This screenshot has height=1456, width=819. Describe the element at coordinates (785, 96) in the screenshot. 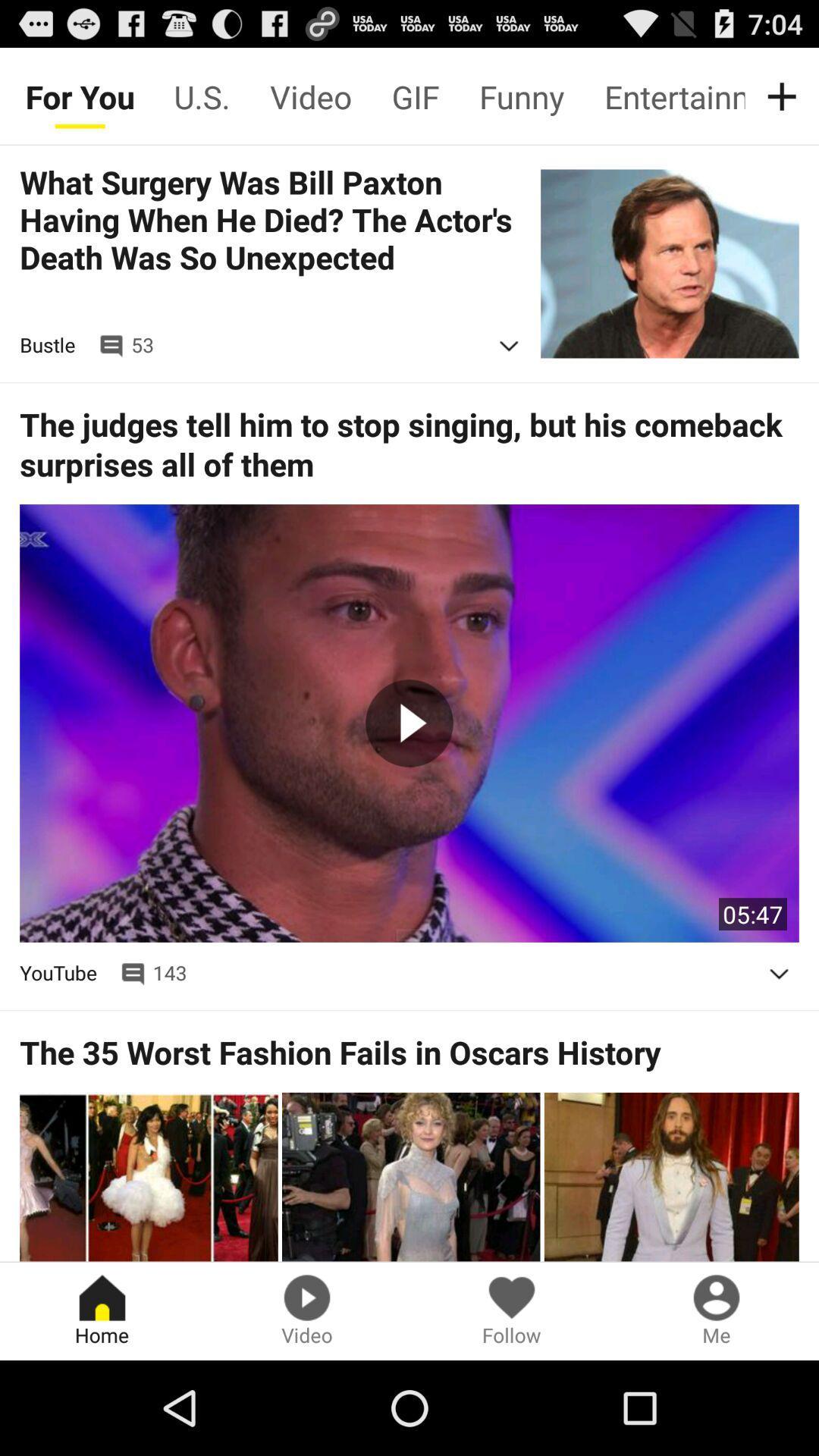

I see `the icon to the right of the entertainment` at that location.